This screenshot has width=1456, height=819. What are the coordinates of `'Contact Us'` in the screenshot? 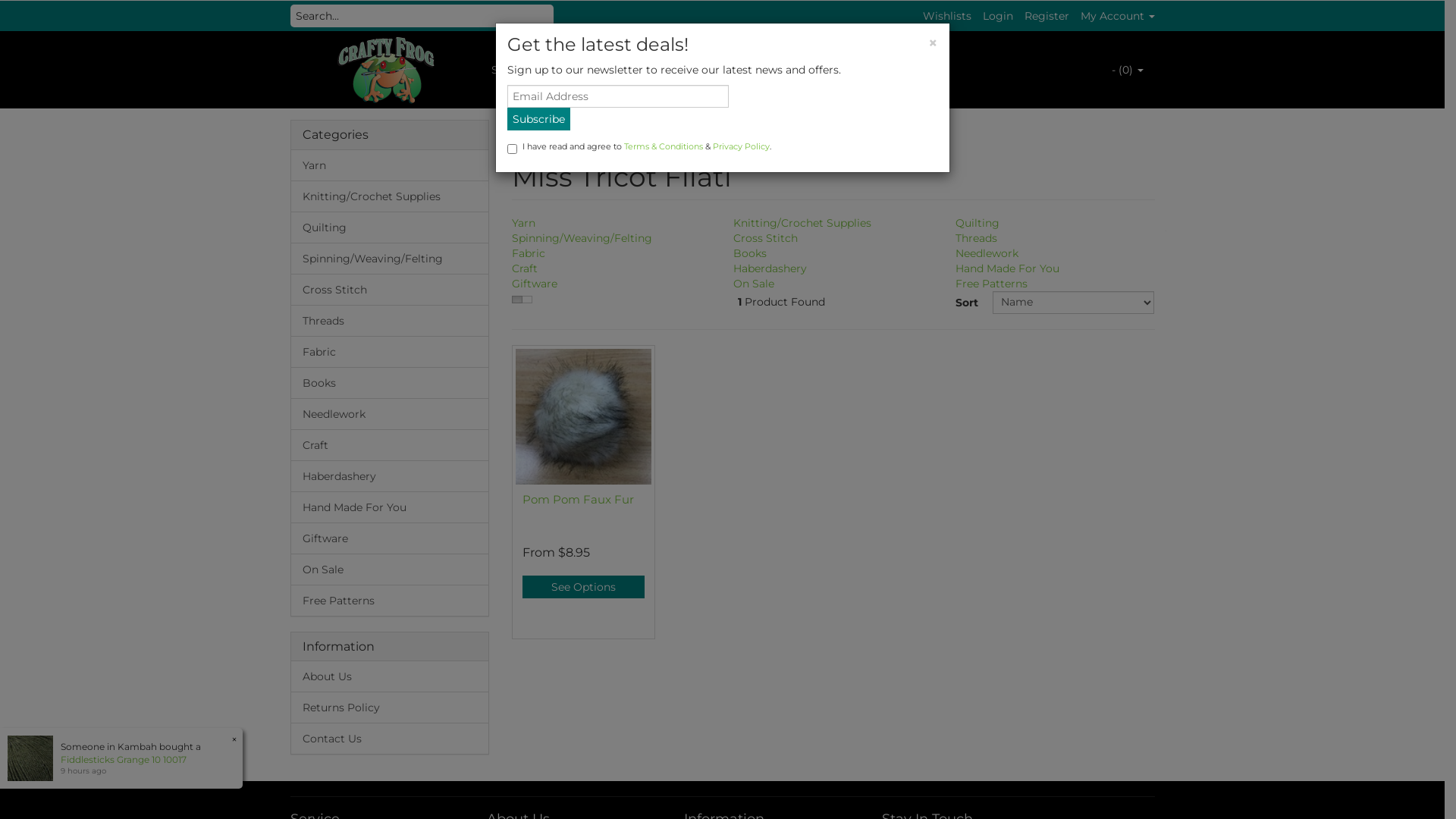 It's located at (390, 737).